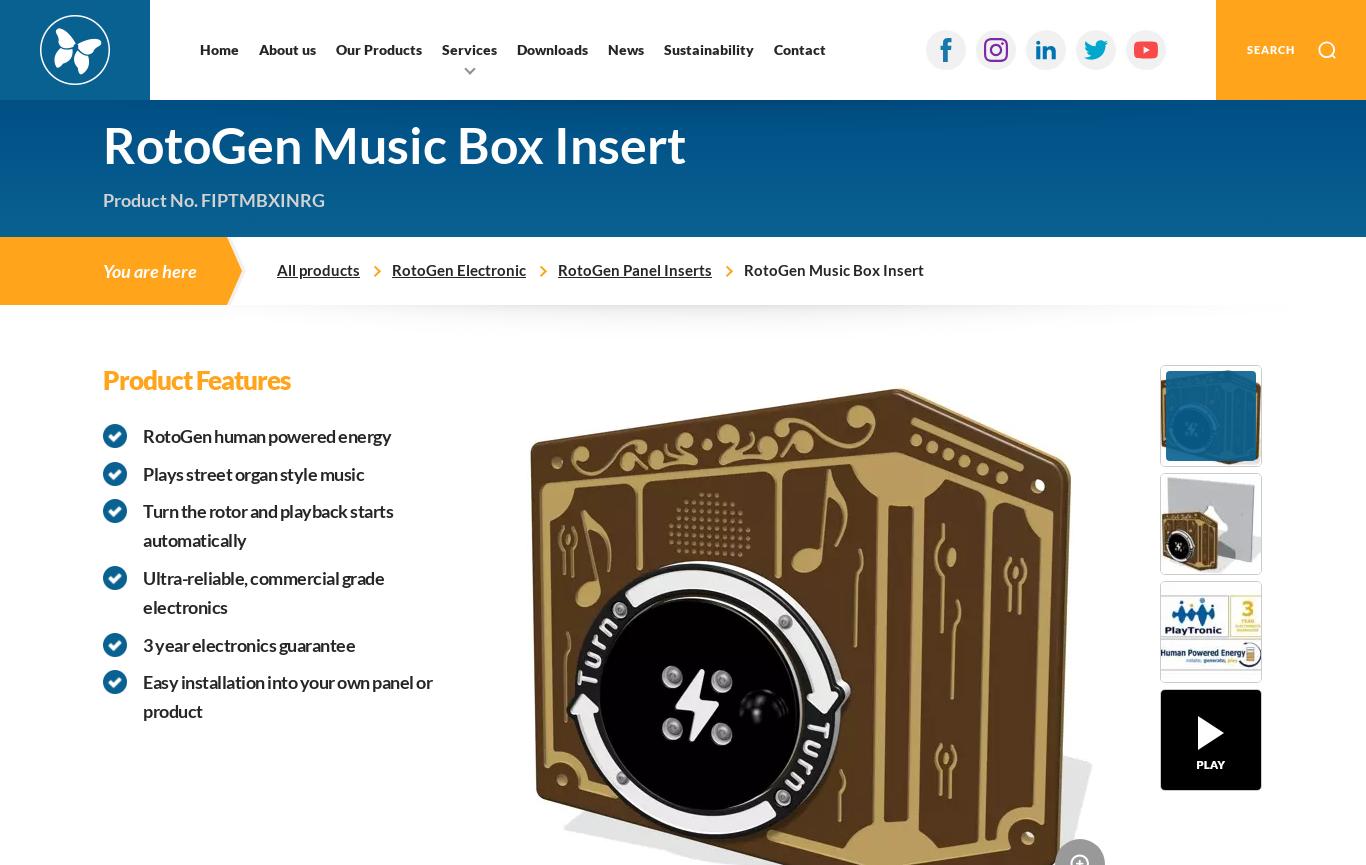 This screenshot has width=1366, height=865. Describe the element at coordinates (142, 524) in the screenshot. I see `'Turn the rotor and playback starts automatically'` at that location.